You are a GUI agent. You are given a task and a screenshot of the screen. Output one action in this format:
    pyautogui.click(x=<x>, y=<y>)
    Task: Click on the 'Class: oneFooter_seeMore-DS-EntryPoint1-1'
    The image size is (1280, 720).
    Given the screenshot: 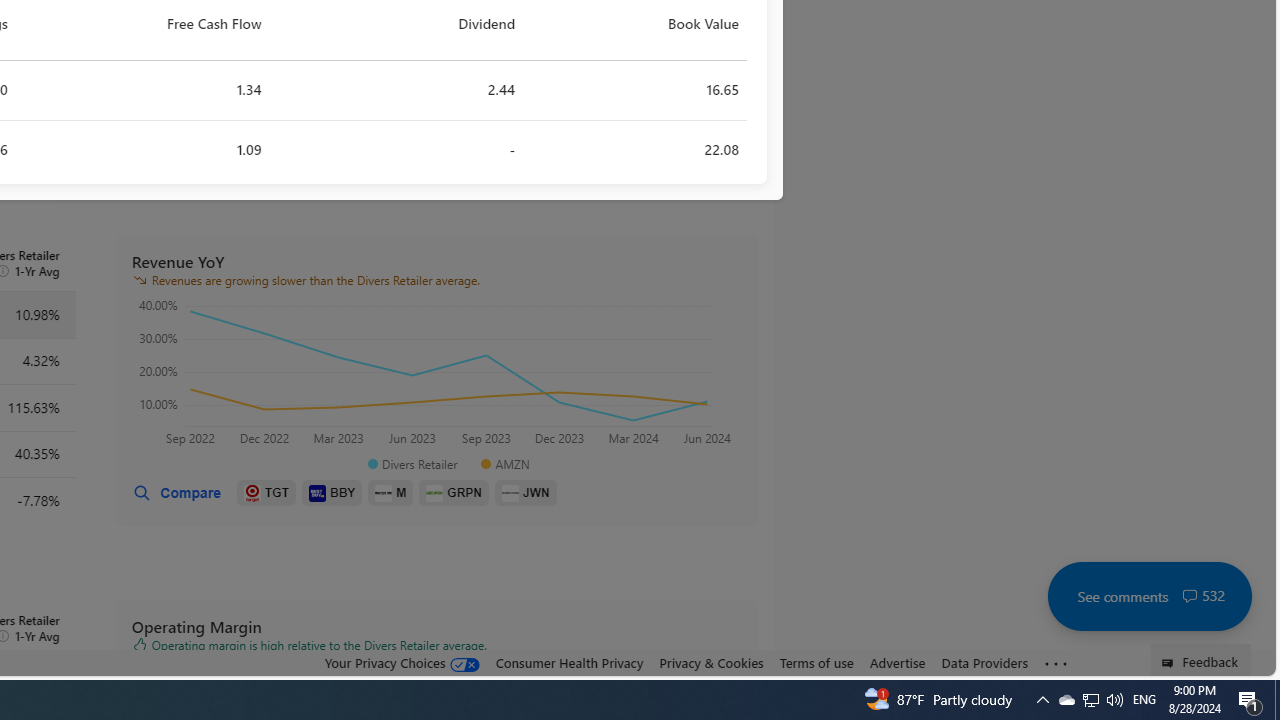 What is the action you would take?
    pyautogui.click(x=1055, y=663)
    